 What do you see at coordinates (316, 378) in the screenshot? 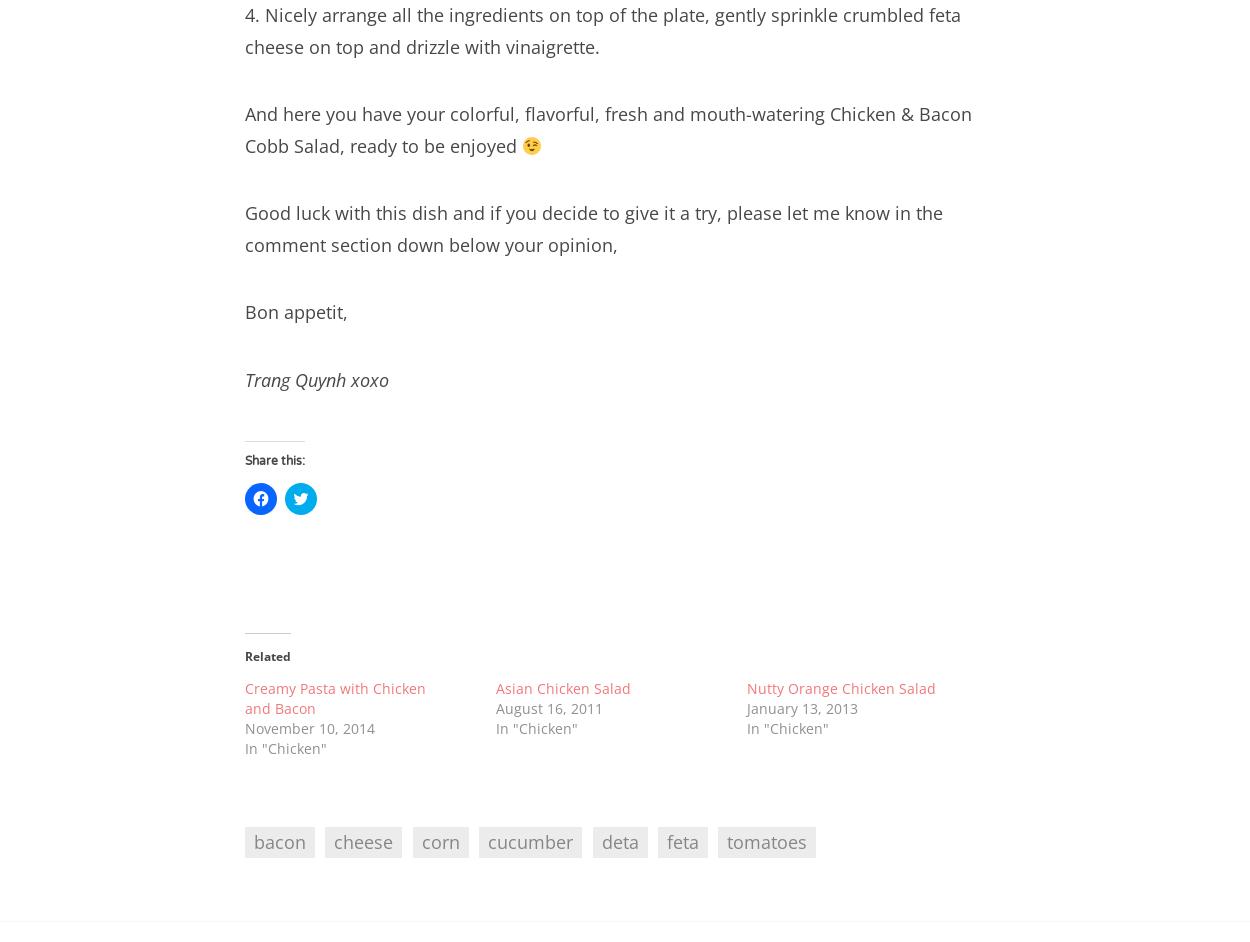
I see `'Trang Quynh xoxo'` at bounding box center [316, 378].